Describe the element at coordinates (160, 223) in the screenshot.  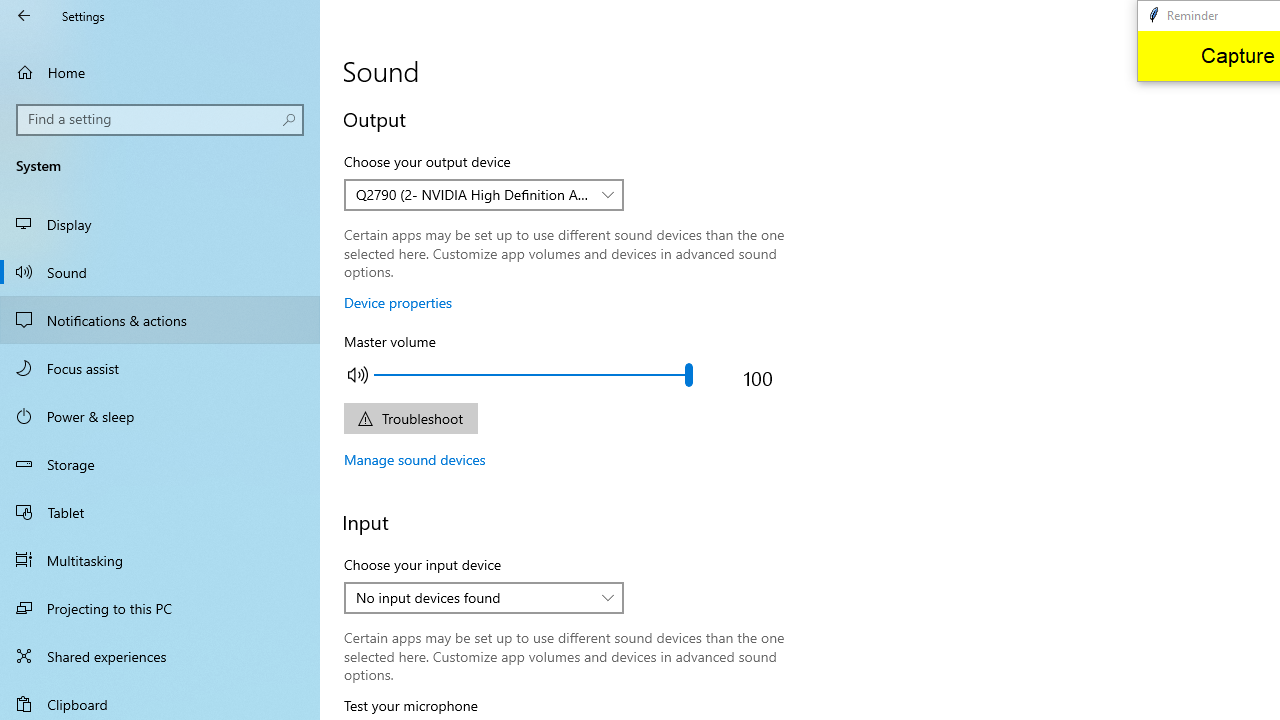
I see `'Display'` at that location.